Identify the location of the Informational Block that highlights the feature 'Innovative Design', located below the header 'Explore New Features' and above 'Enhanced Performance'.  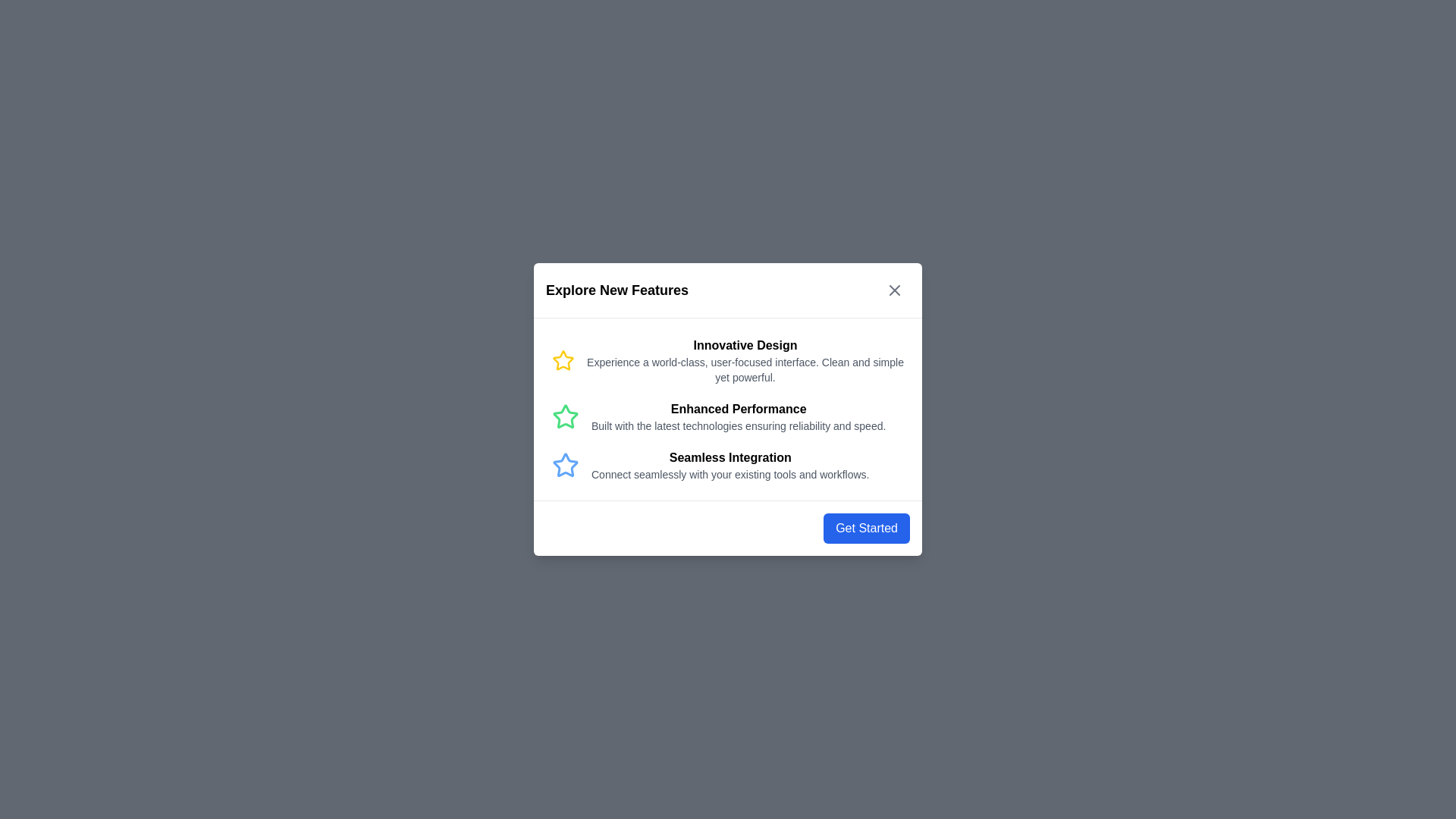
(728, 360).